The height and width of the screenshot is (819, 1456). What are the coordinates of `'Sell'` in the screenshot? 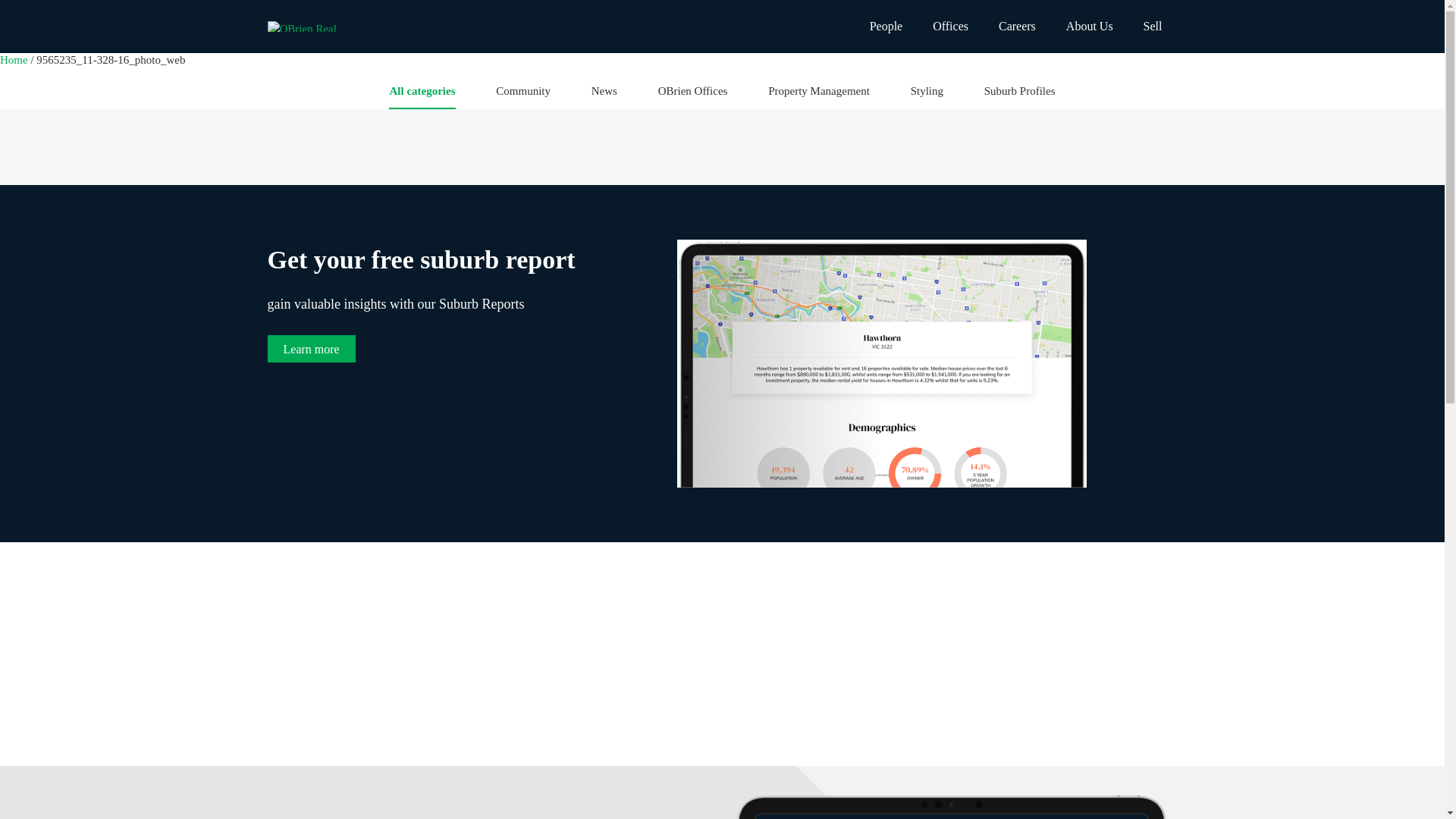 It's located at (1153, 26).